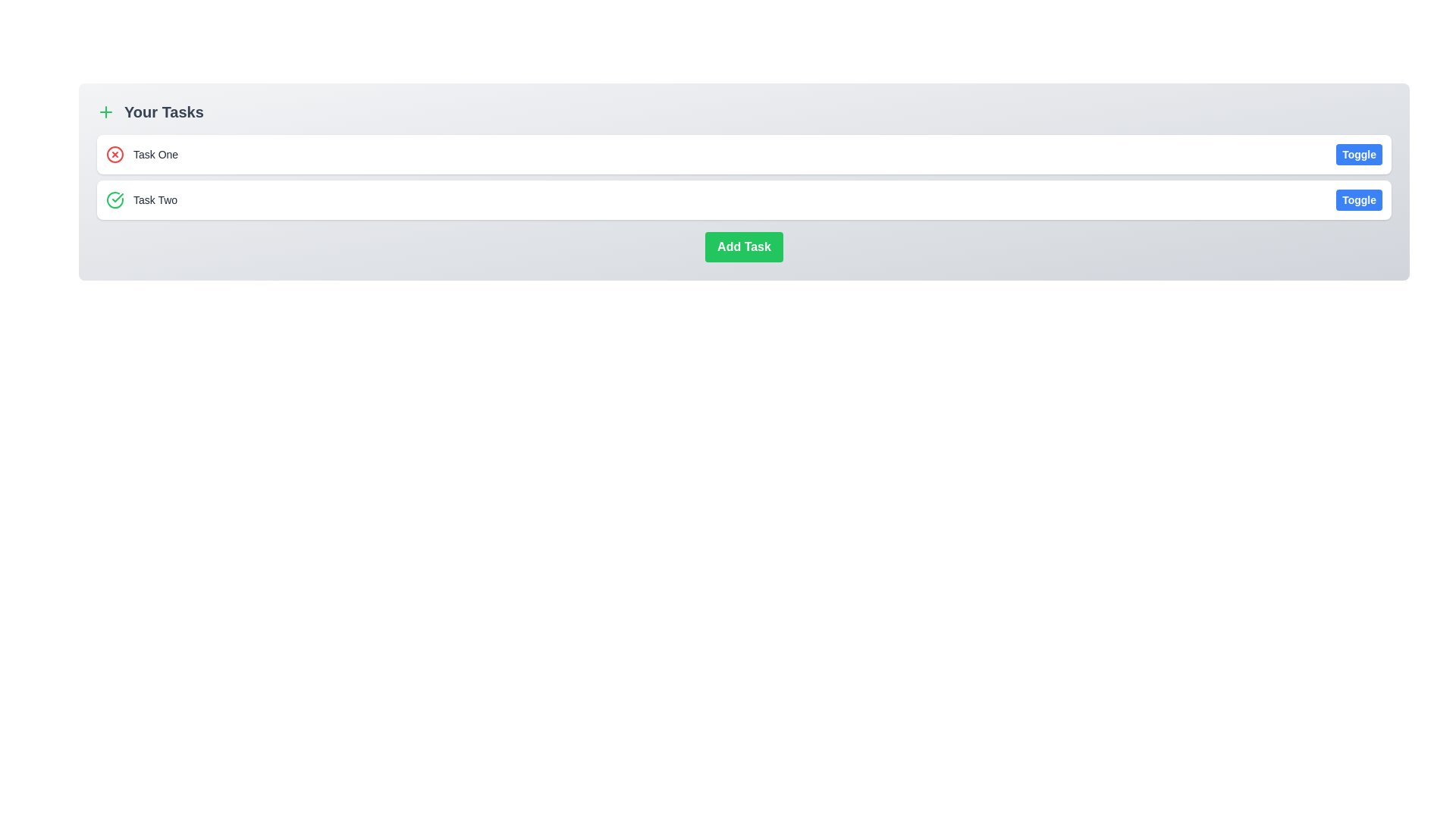 The height and width of the screenshot is (819, 1456). What do you see at coordinates (155, 199) in the screenshot?
I see `text from the 'Task Two' label element, which is styled with medium font weight and gray color, located in the second task entry row of the interface` at bounding box center [155, 199].